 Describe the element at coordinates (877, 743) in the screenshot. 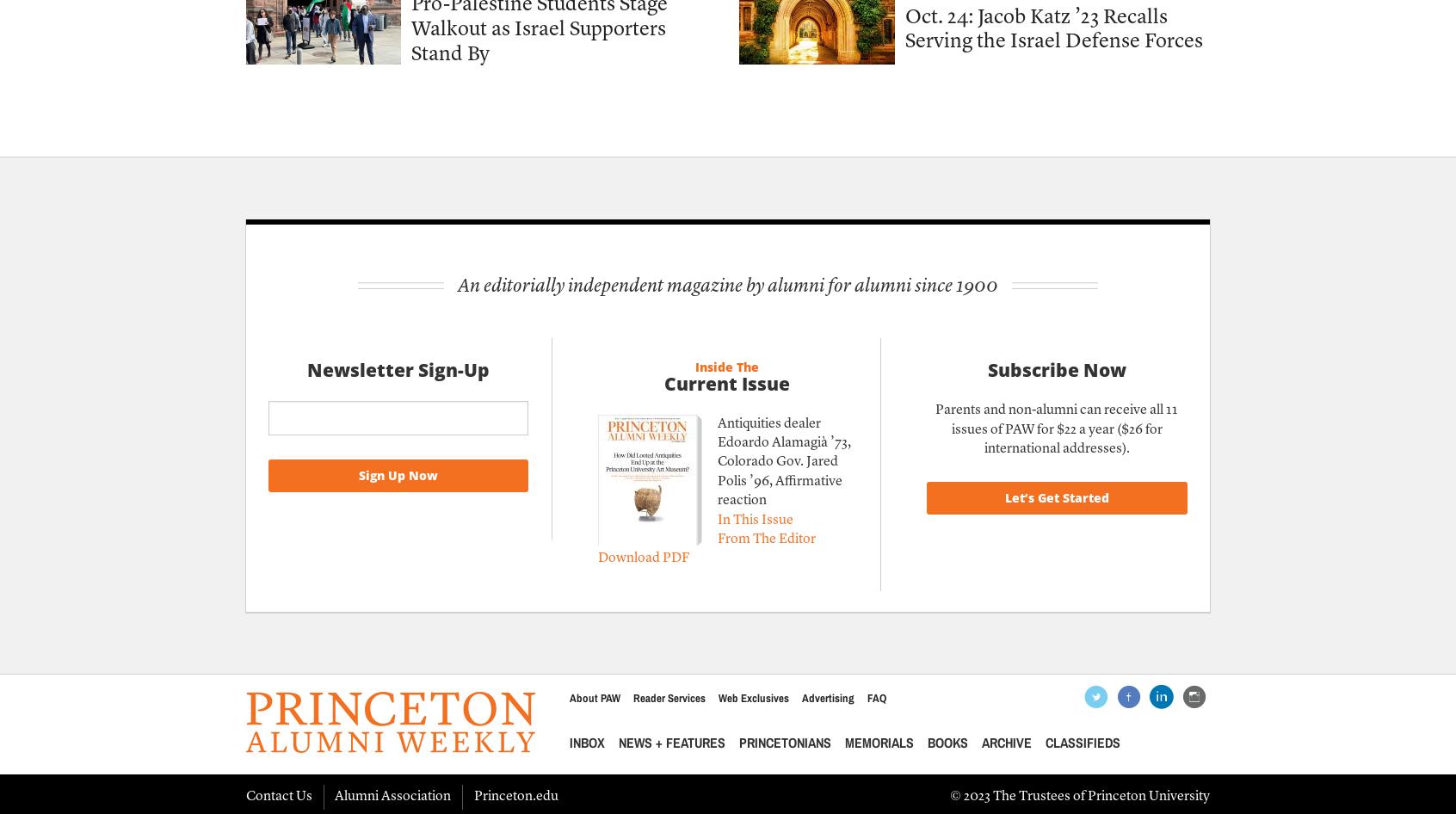

I see `'Memorials'` at that location.